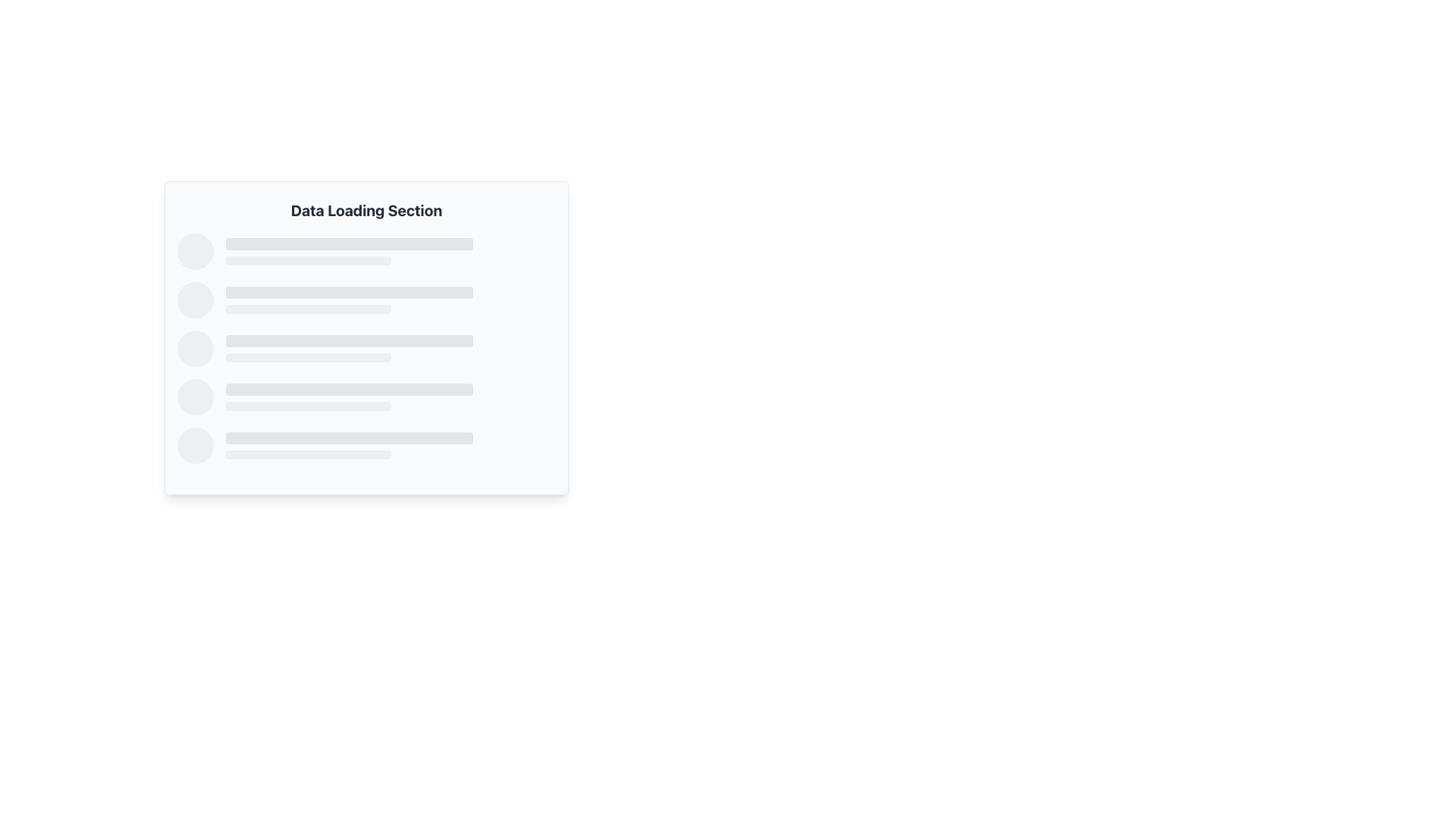  Describe the element at coordinates (366, 397) in the screenshot. I see `the Loading Placeholder element in the 'Data Loading Section' interface, which features a gray circular component on the left and two vertical rectangular placeholders on the right` at that location.